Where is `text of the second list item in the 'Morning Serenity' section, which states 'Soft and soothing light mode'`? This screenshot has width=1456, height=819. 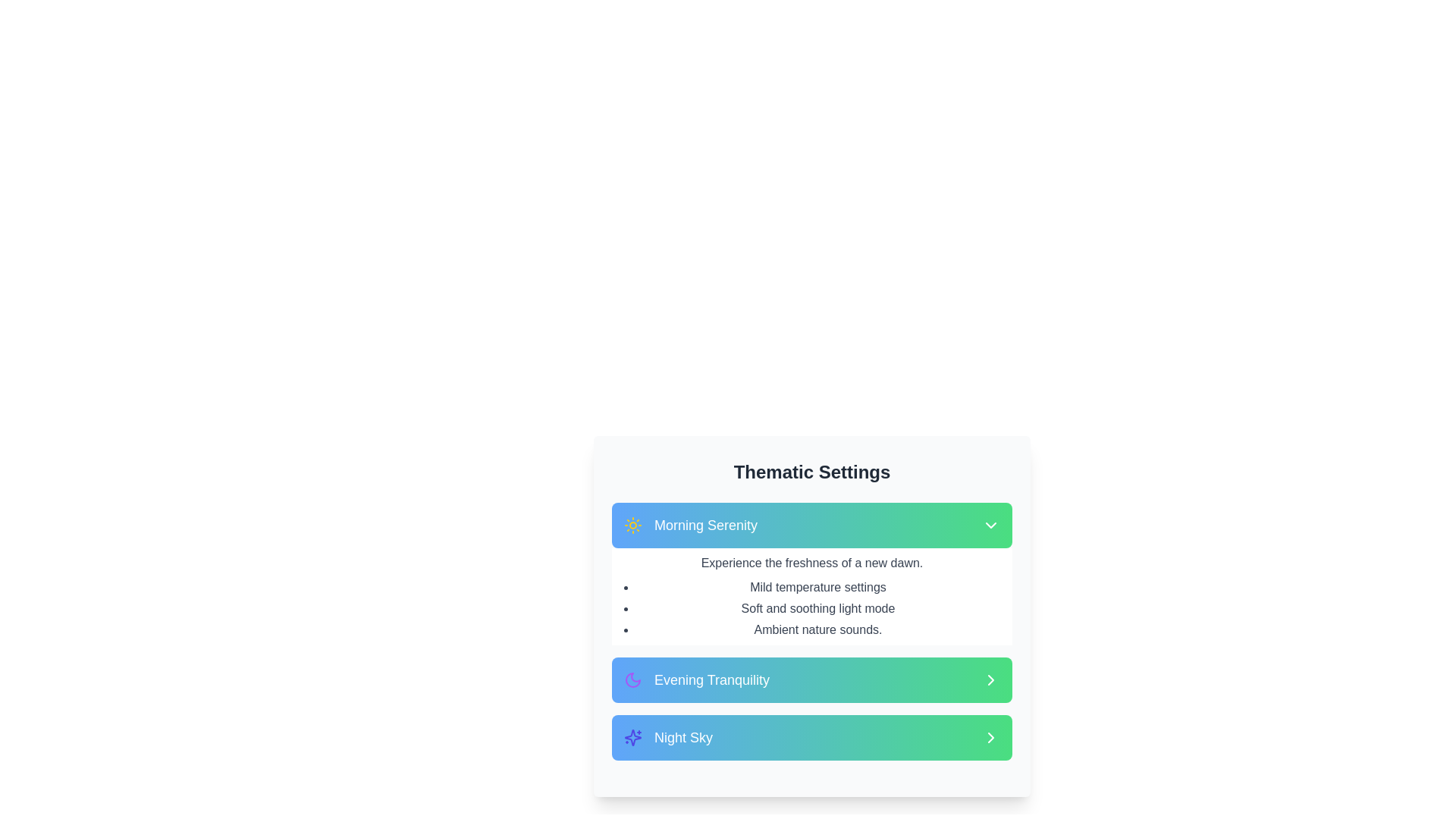
text of the second list item in the 'Morning Serenity' section, which states 'Soft and soothing light mode' is located at coordinates (817, 607).